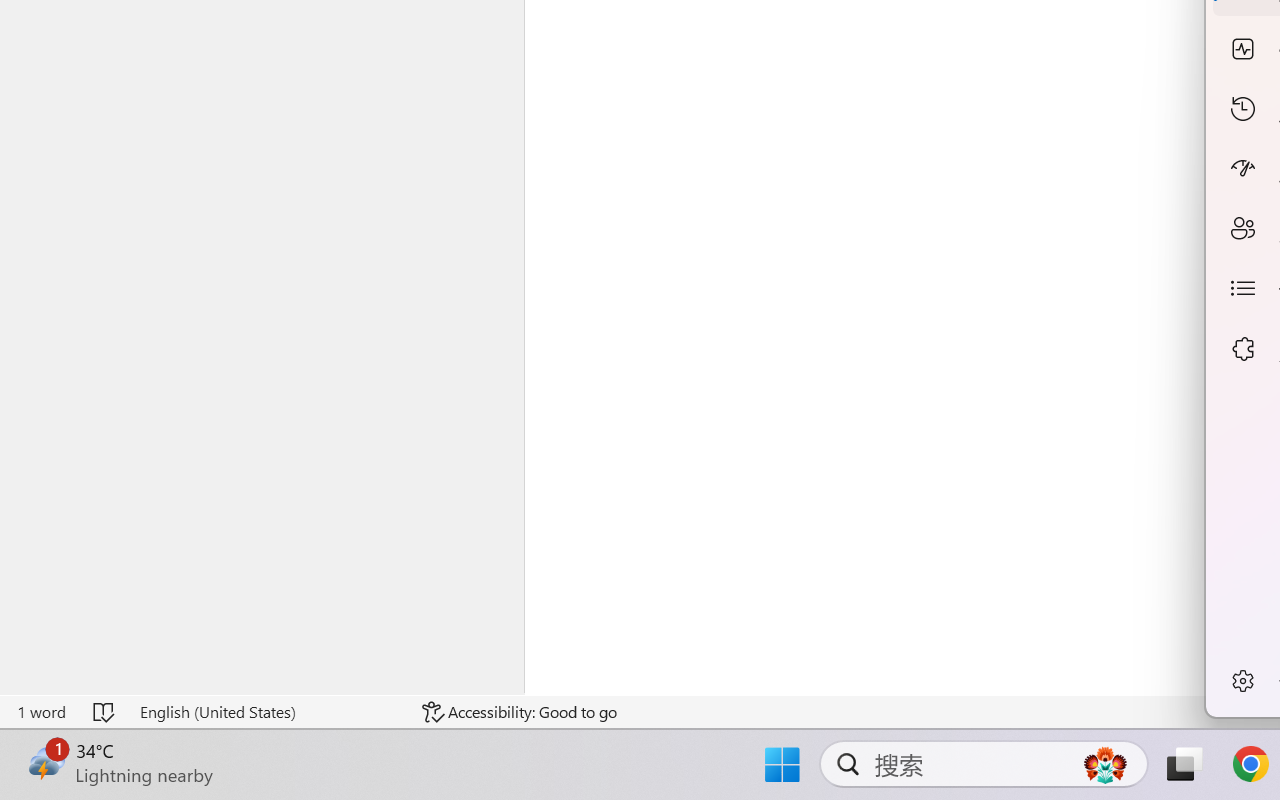  Describe the element at coordinates (41, 711) in the screenshot. I see `'Word Count 1 word'` at that location.